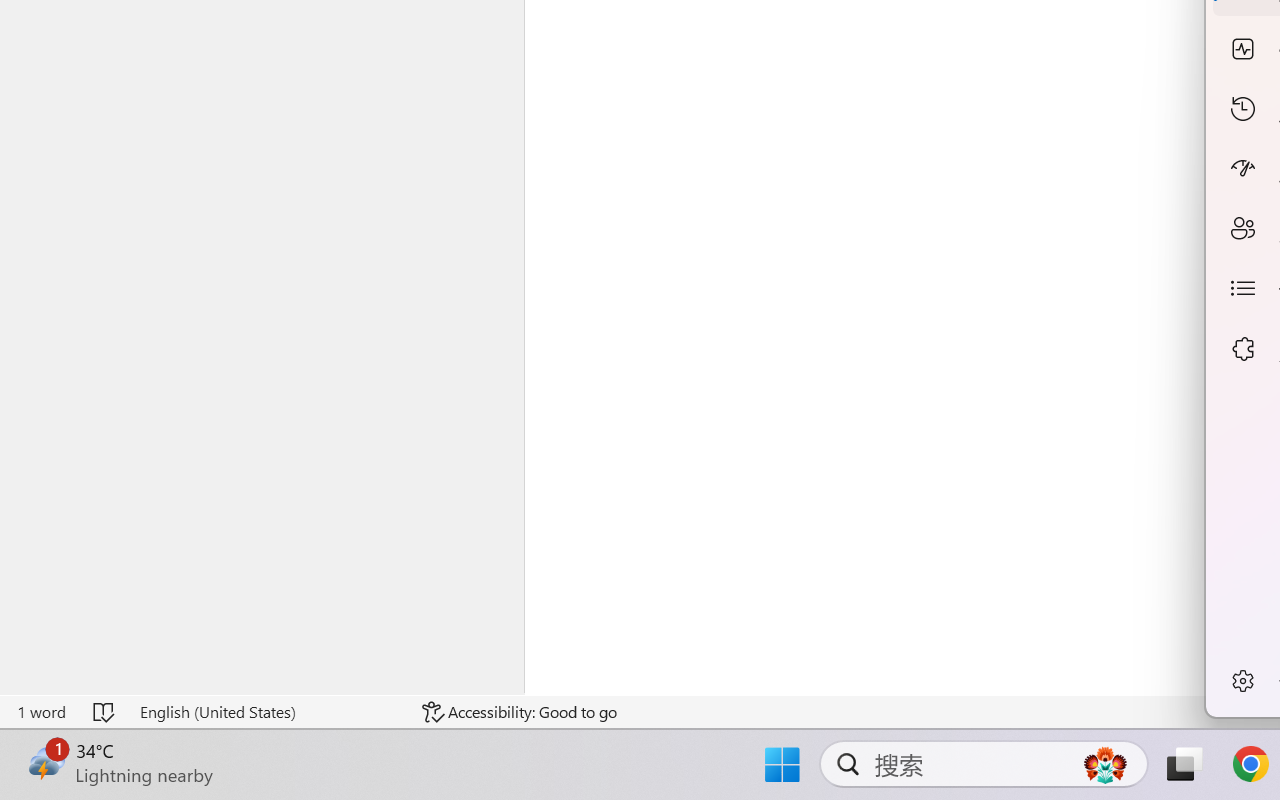  Describe the element at coordinates (41, 711) in the screenshot. I see `'Word Count 1 word'` at that location.